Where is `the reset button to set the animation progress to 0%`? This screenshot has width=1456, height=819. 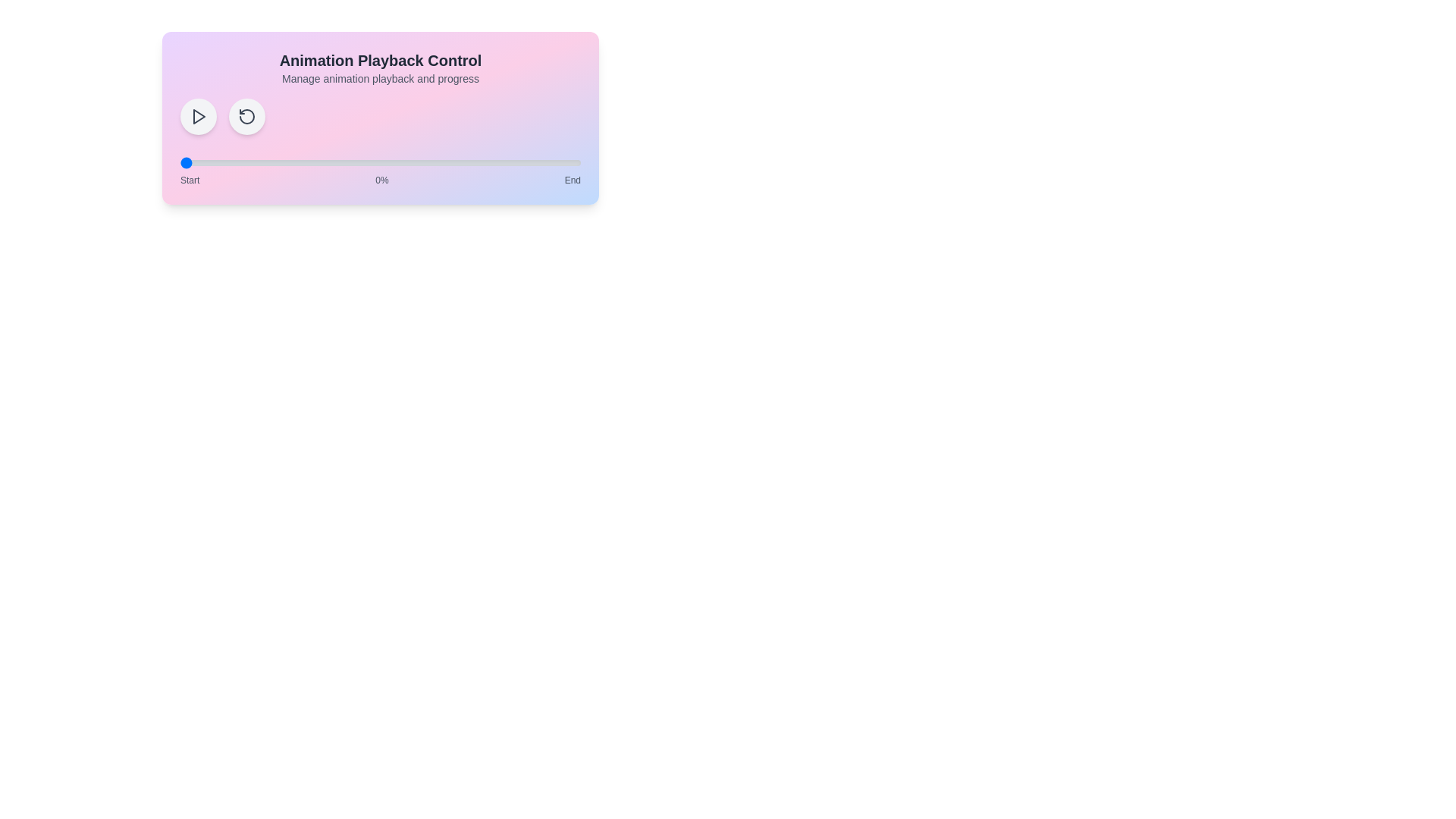
the reset button to set the animation progress to 0% is located at coordinates (247, 116).